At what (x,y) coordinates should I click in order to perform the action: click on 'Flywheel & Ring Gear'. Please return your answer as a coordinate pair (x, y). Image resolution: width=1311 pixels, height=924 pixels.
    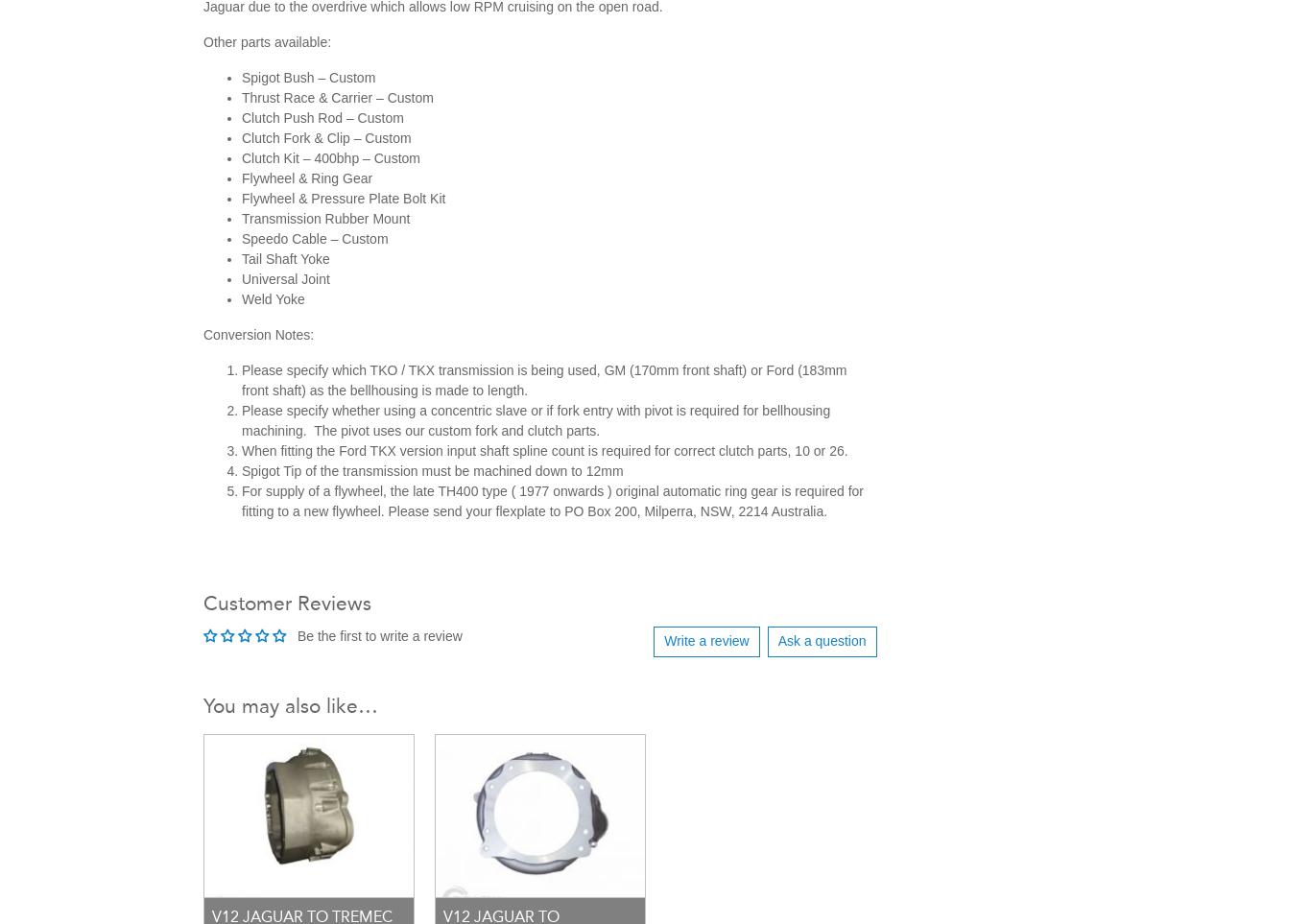
    Looking at the image, I should click on (307, 176).